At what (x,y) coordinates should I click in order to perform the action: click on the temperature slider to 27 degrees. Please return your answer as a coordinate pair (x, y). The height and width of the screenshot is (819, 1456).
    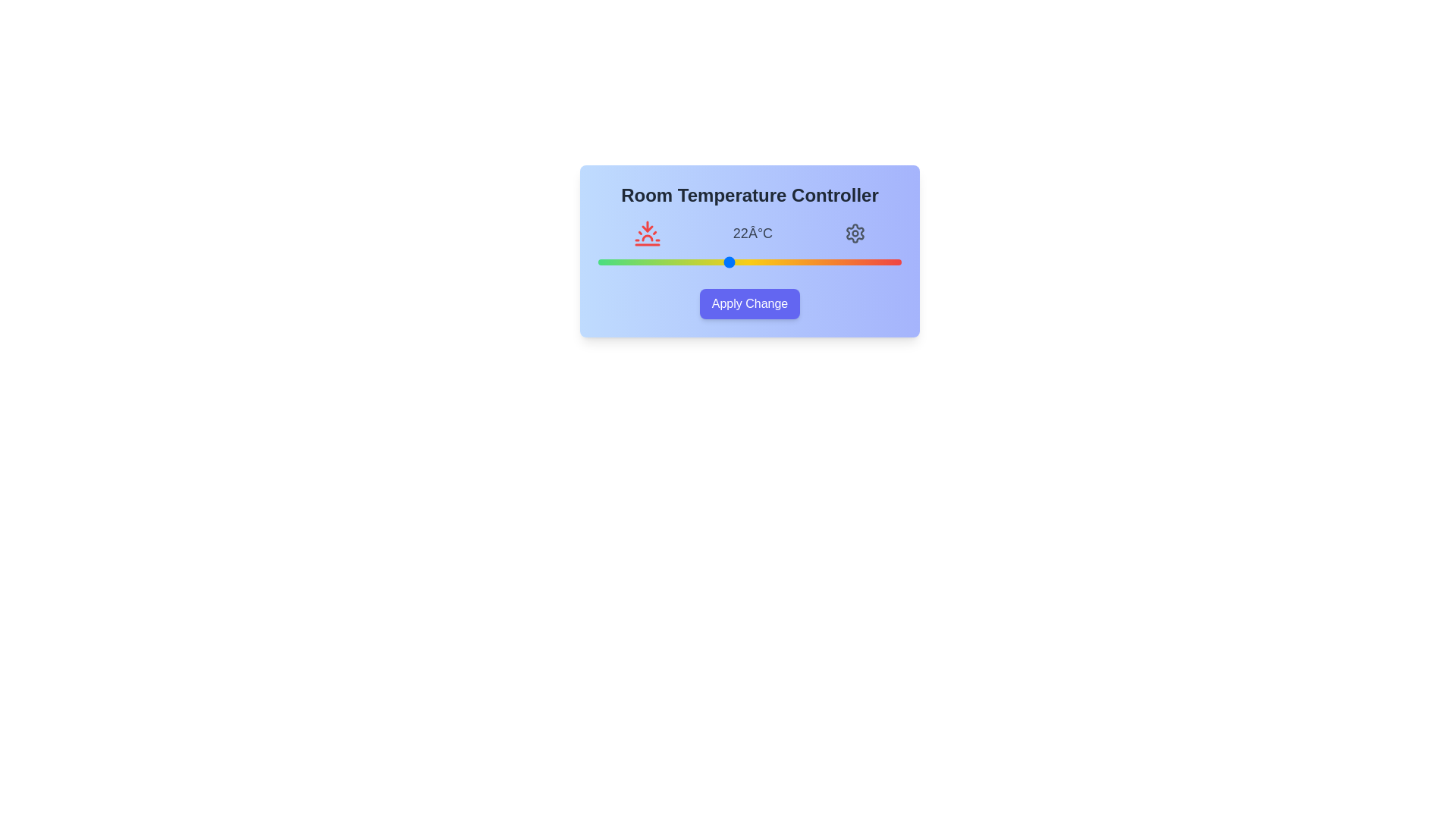
    Looking at the image, I should click on (836, 262).